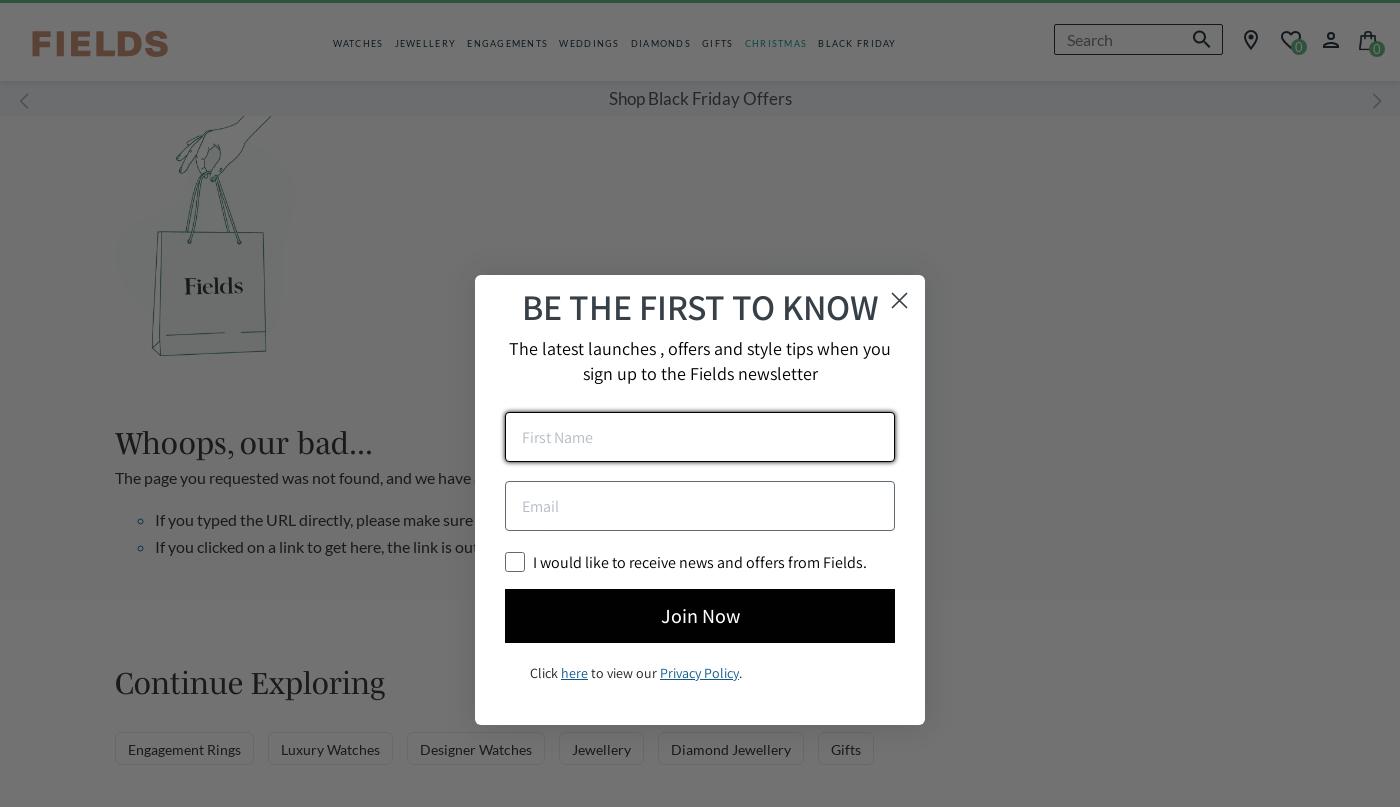 Image resolution: width=1400 pixels, height=807 pixels. Describe the element at coordinates (184, 747) in the screenshot. I see `'Engagement Rings'` at that location.